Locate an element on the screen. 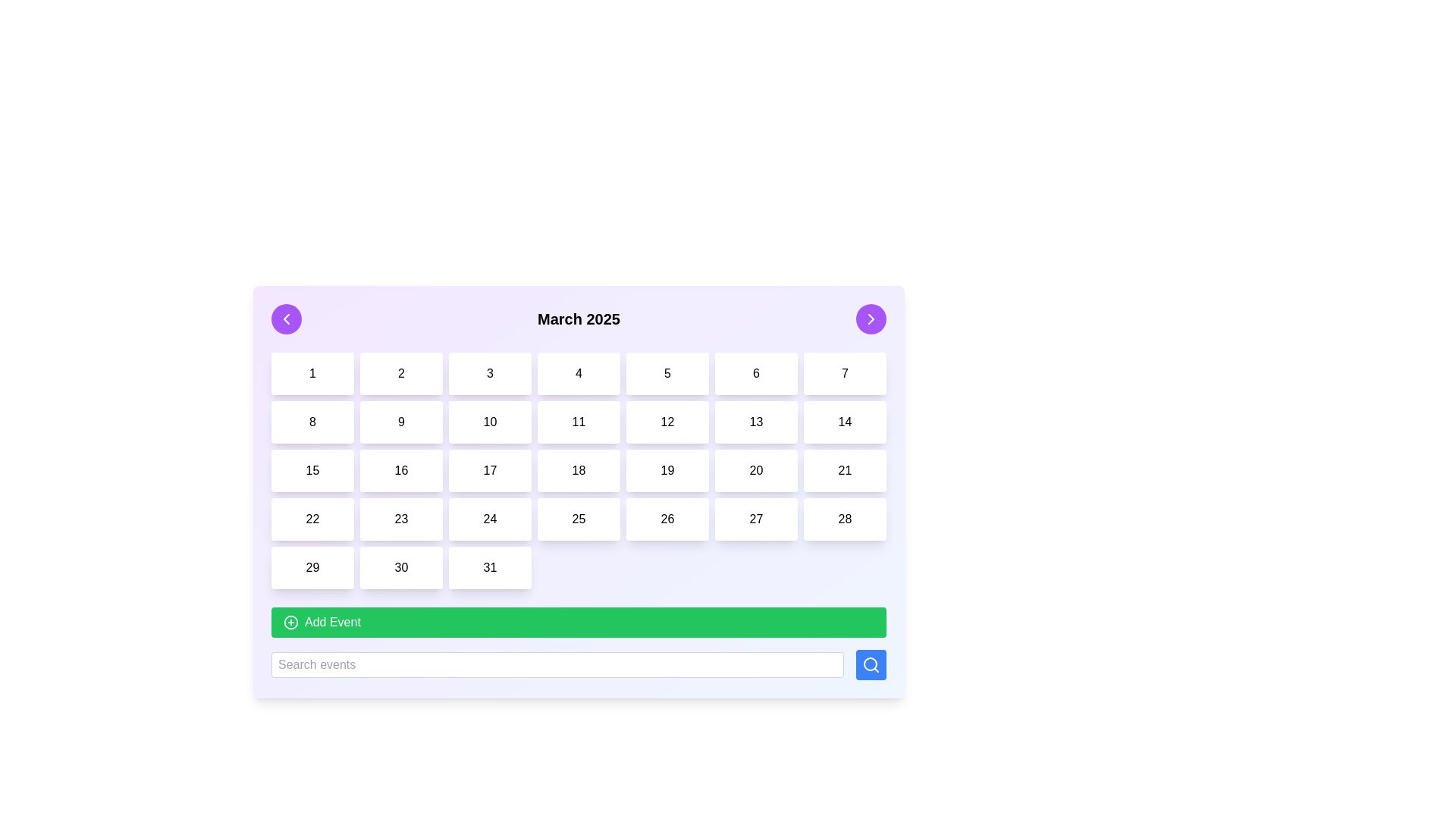 The height and width of the screenshot is (819, 1456). the button that facilitates the creation or addition of a new event, located above the search field and to the left of the blue search button is located at coordinates (578, 623).